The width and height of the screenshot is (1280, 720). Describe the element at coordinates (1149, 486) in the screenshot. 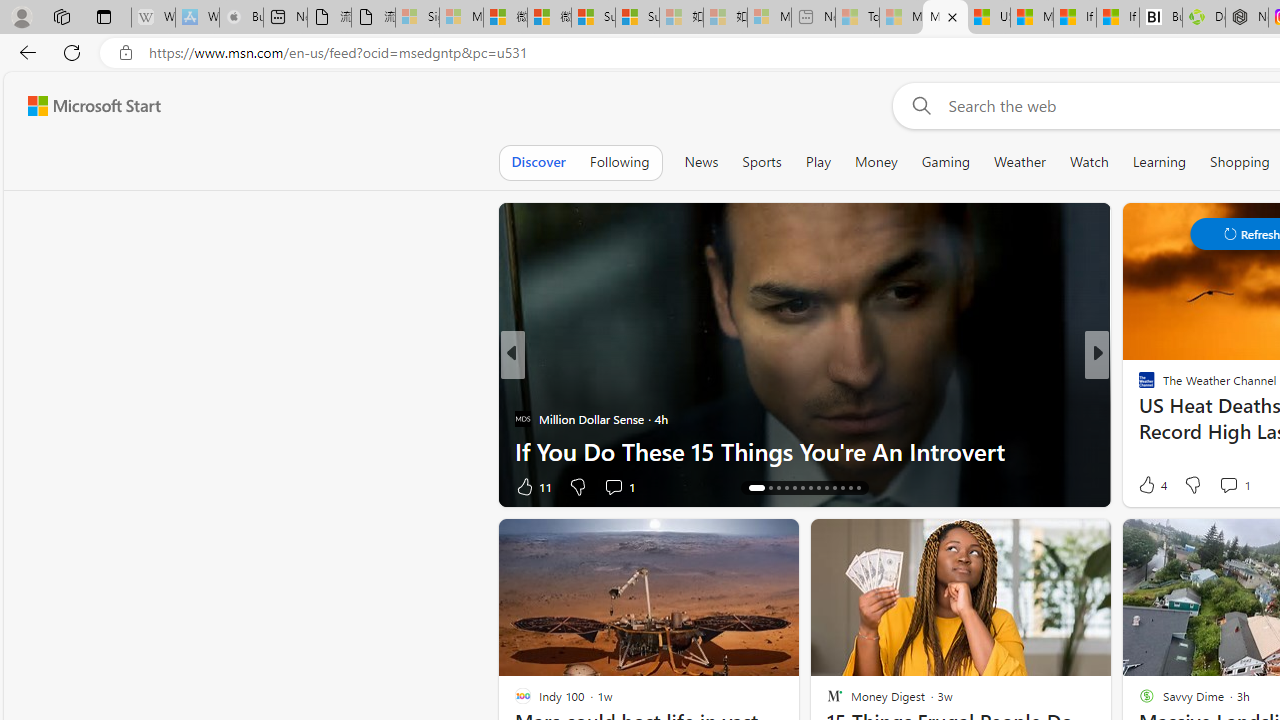

I see `'38 Like'` at that location.